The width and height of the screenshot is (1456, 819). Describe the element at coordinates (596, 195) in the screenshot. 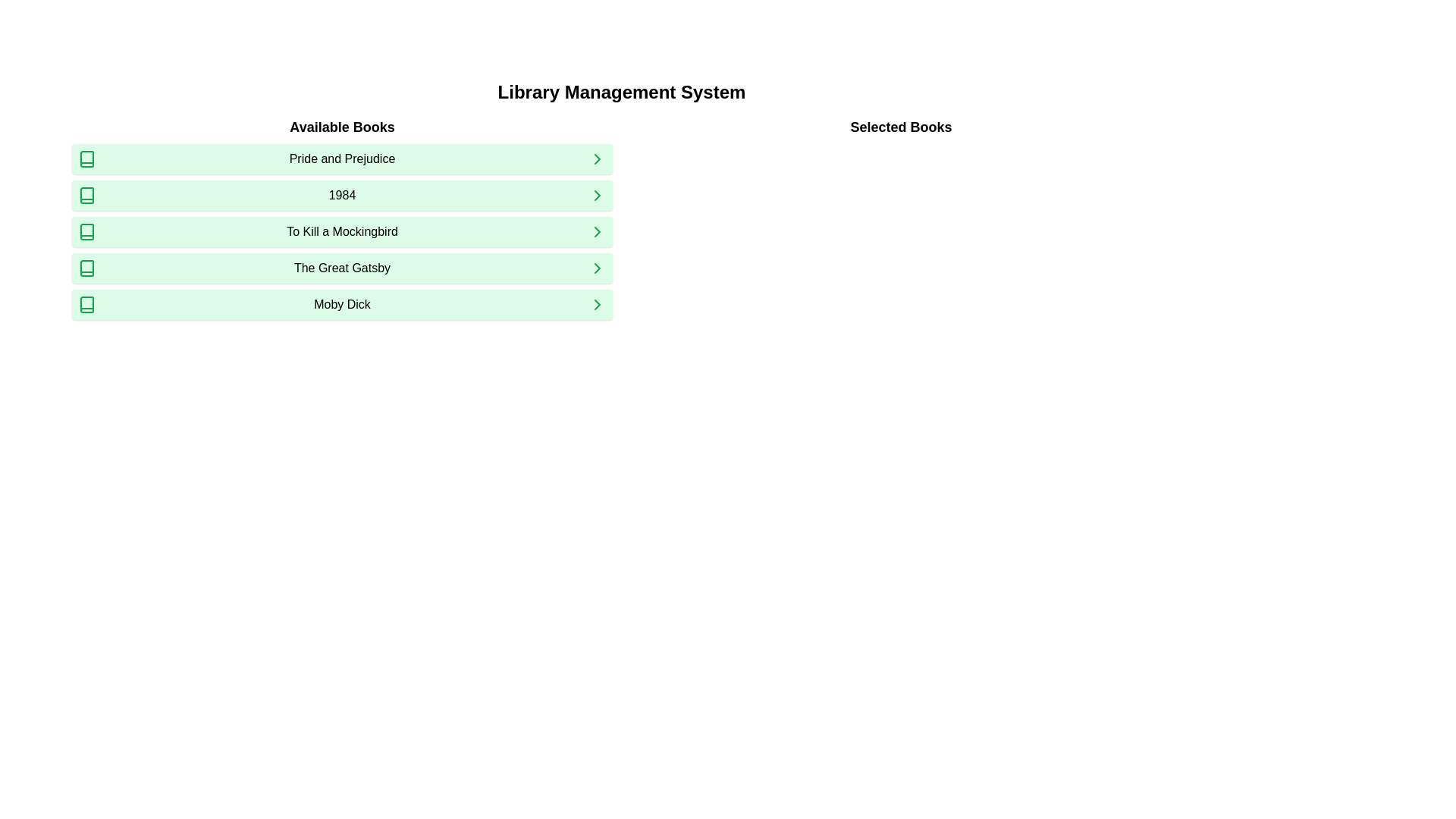

I see `the rightward-pointing green chevron icon located at the far-right side of the row labeled '1984' to trigger the hover effect` at that location.